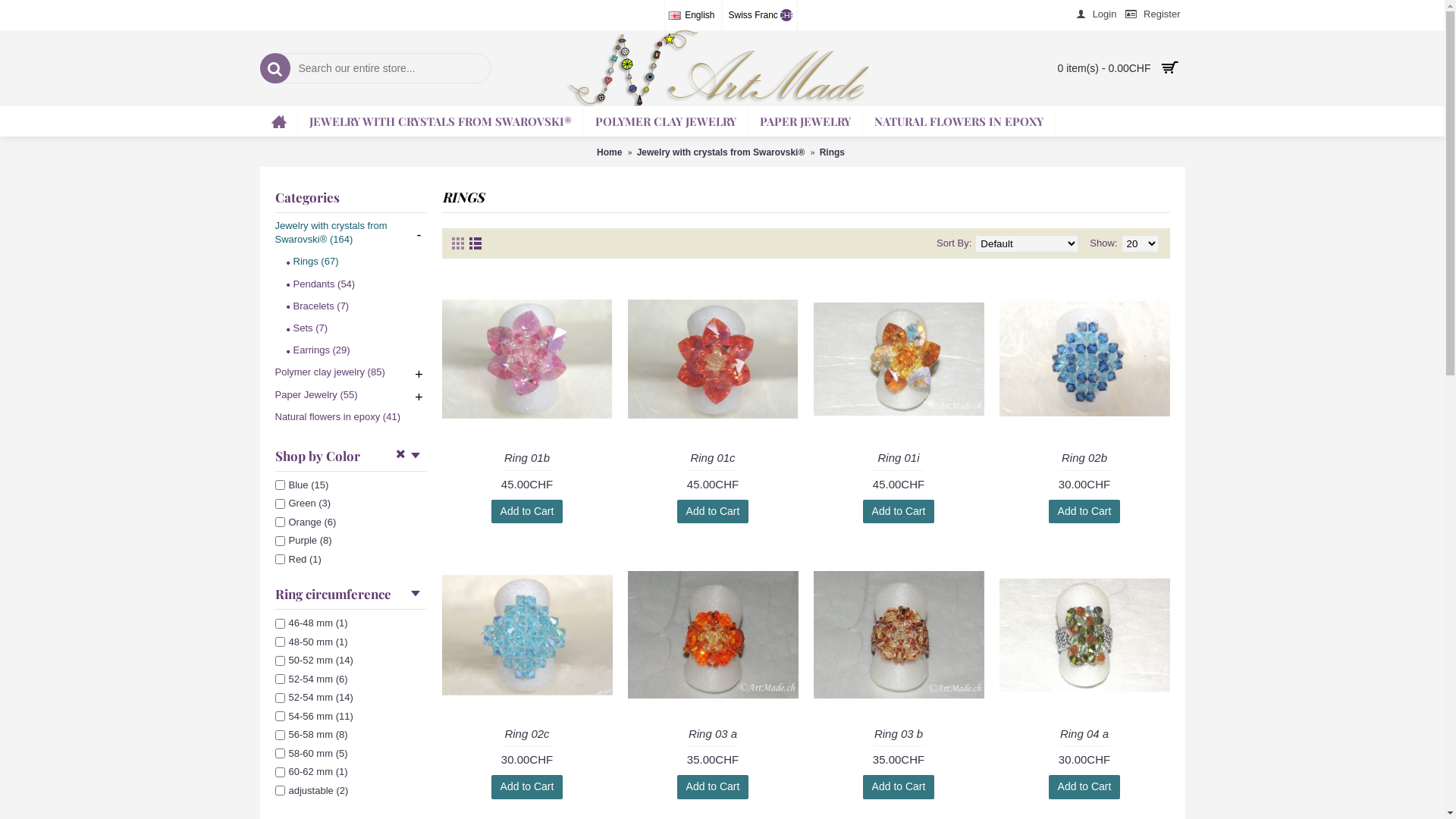  Describe the element at coordinates (274, 370) in the screenshot. I see `'Polymer clay jewelry (85)` at that location.